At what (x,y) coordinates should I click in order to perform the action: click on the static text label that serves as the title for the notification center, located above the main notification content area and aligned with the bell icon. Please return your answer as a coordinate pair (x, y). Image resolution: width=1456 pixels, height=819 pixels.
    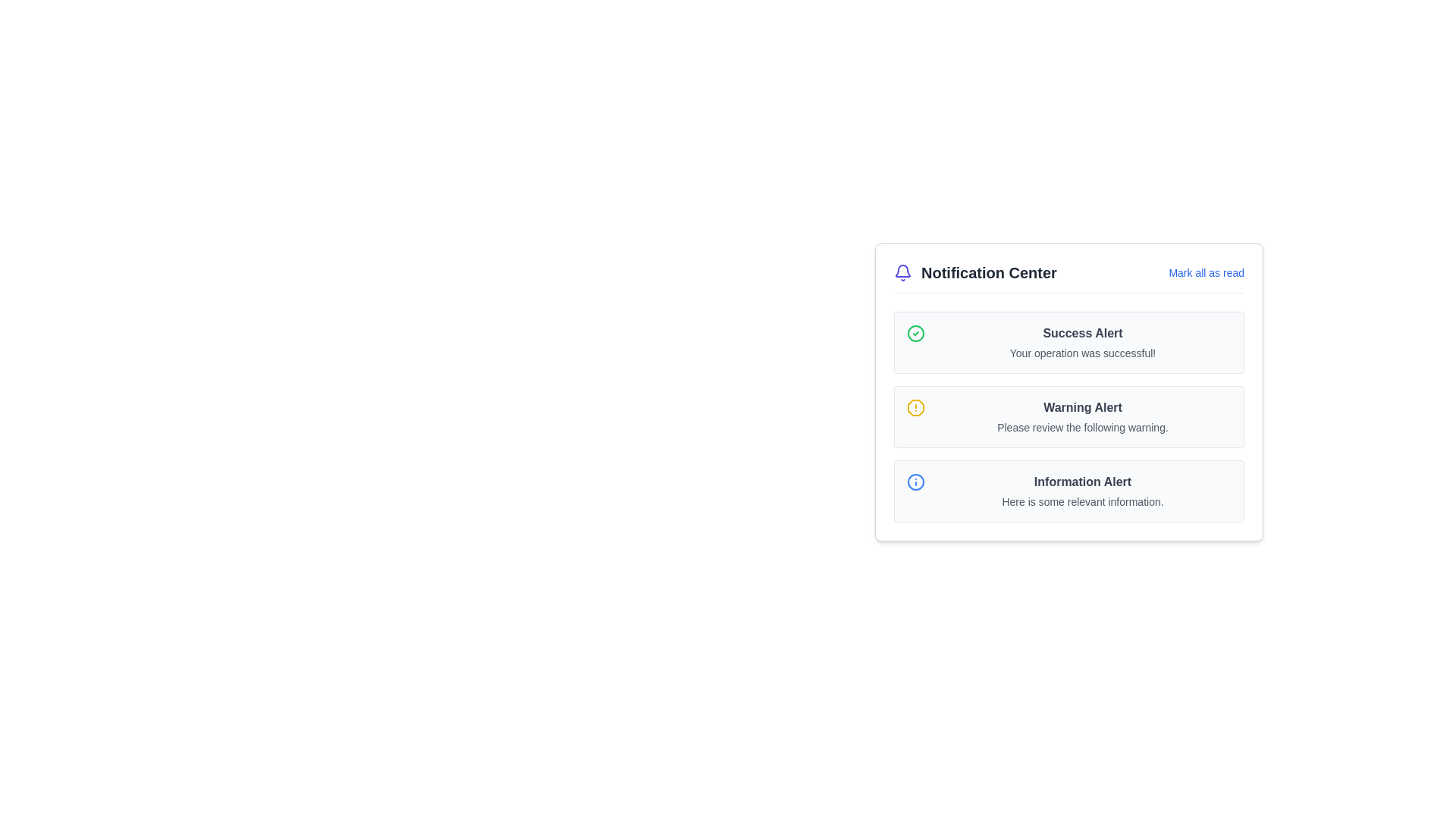
    Looking at the image, I should click on (989, 271).